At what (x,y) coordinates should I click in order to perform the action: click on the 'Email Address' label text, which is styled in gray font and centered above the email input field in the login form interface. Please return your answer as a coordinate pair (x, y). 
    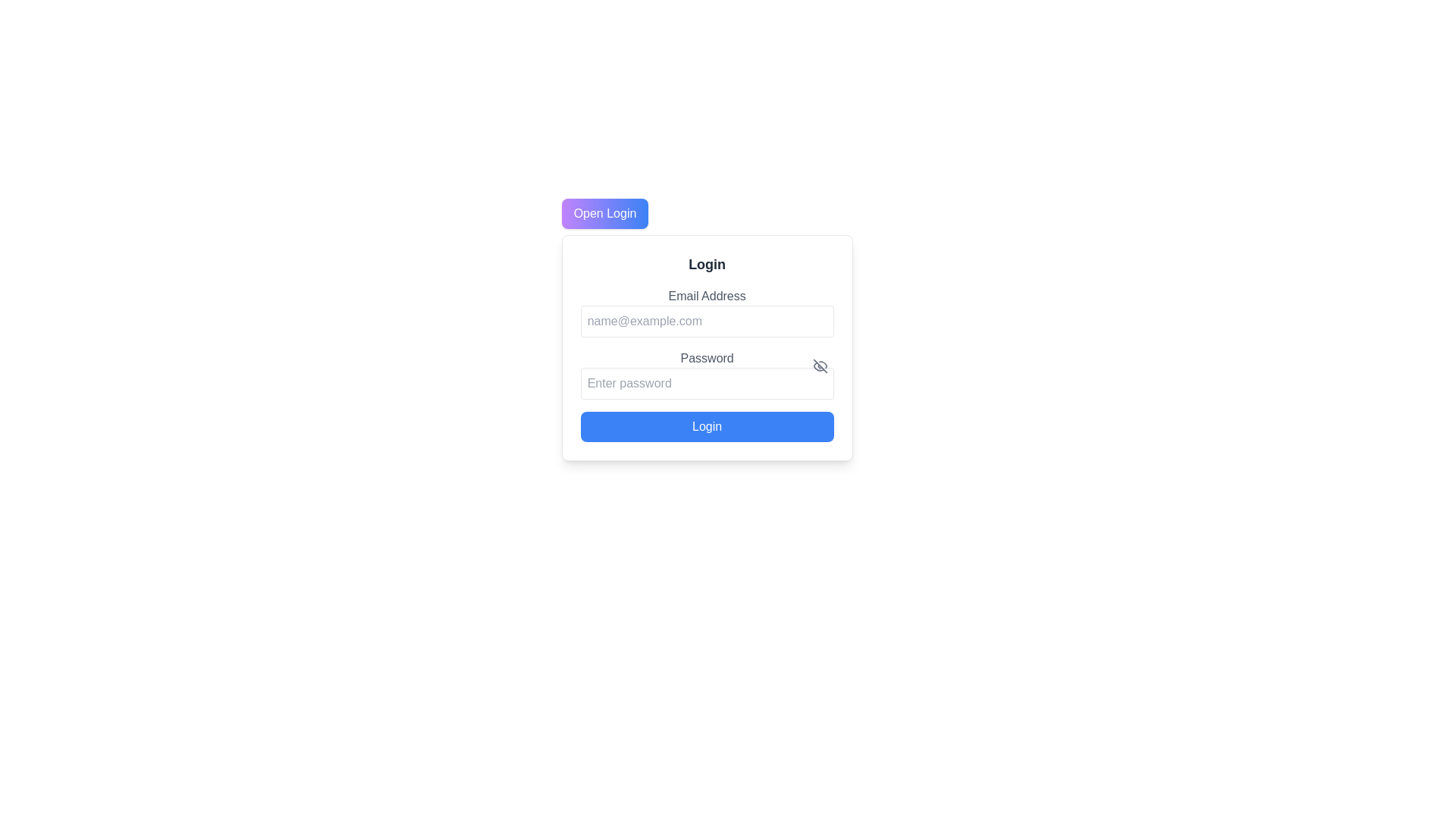
    Looking at the image, I should click on (706, 296).